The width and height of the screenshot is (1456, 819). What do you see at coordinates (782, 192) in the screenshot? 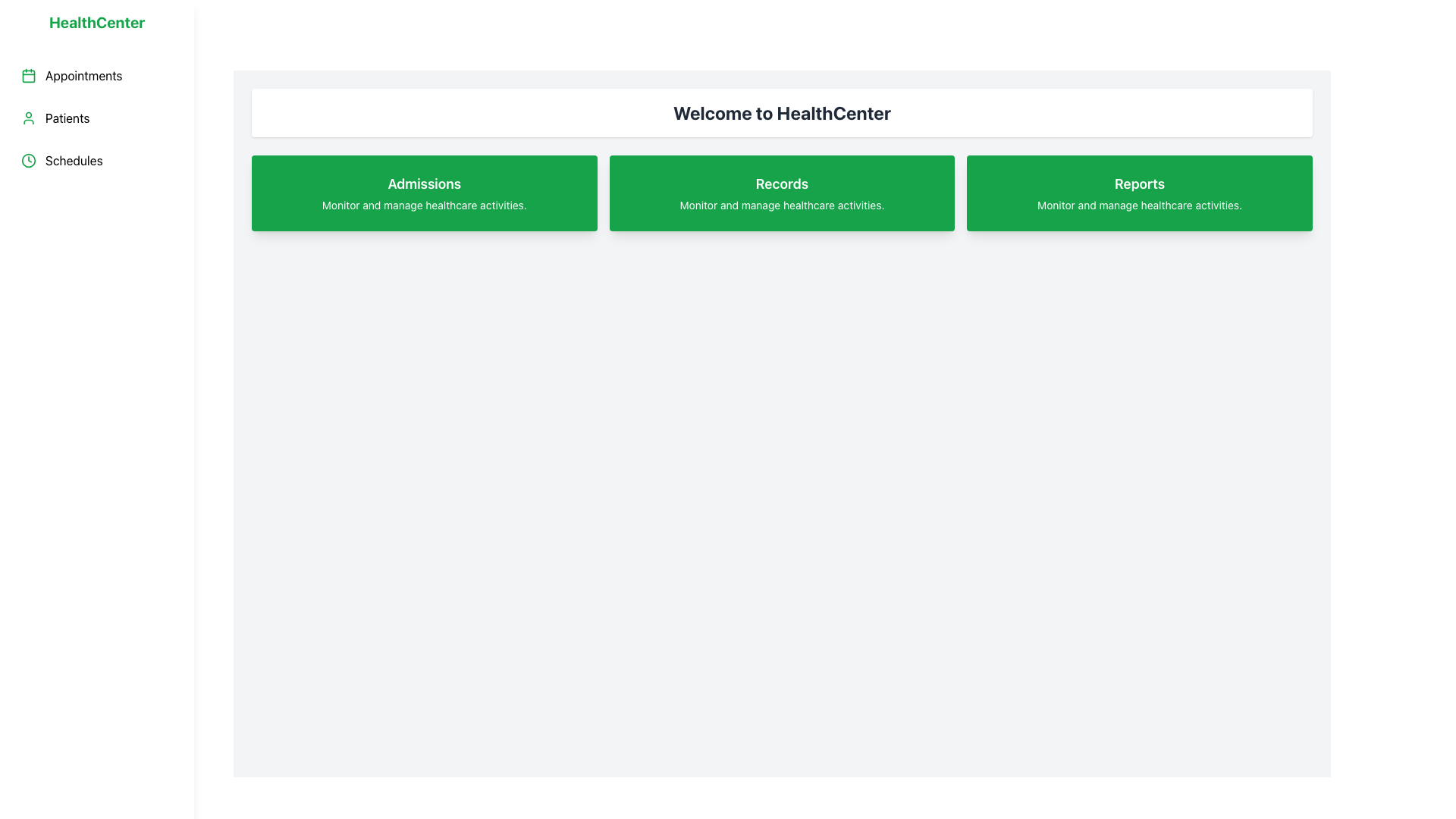
I see `the Informational Card titled 'Records' with a green background, located as the second card in the grid layout` at bounding box center [782, 192].